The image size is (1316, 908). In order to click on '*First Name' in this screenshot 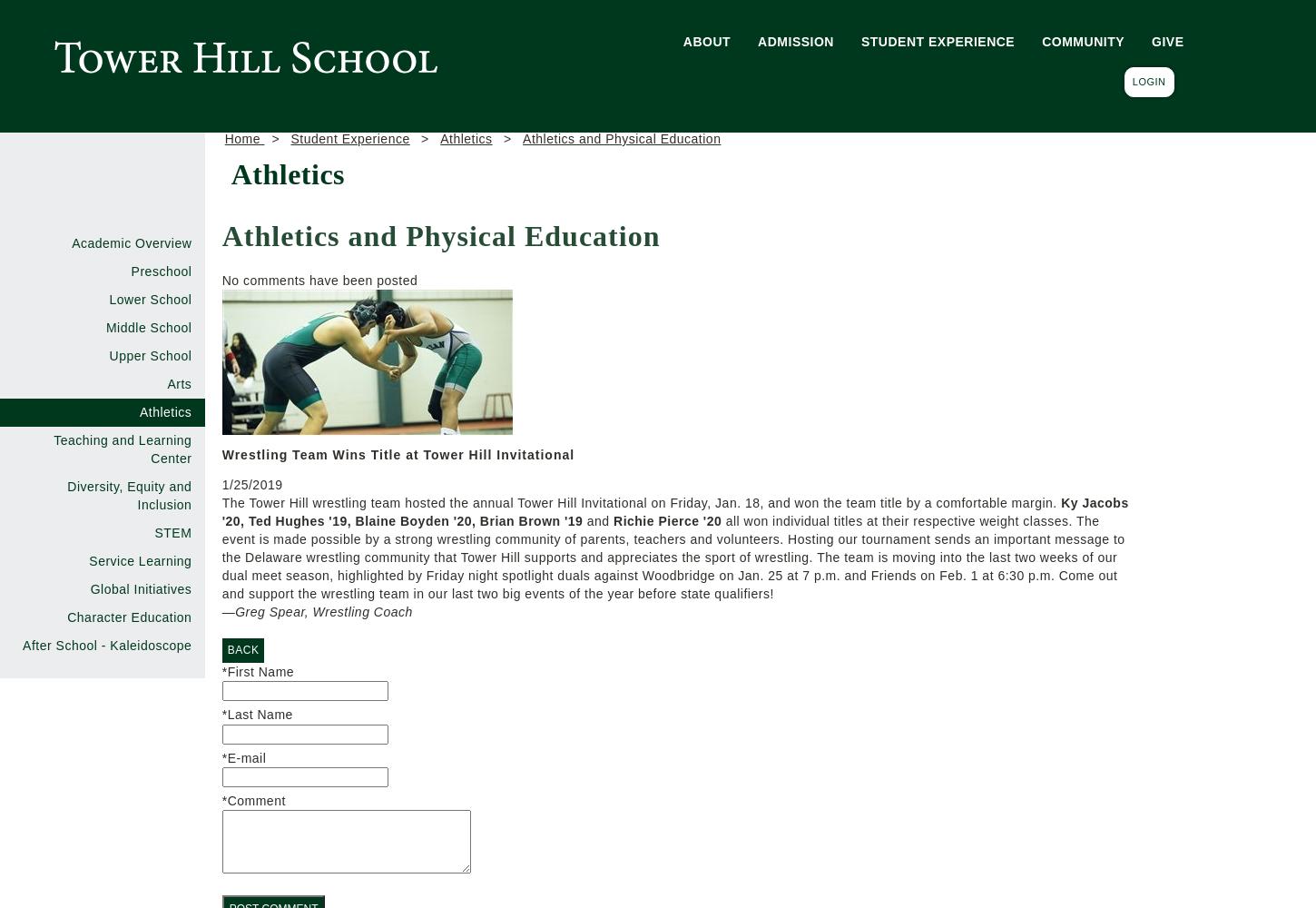, I will do `click(258, 671)`.